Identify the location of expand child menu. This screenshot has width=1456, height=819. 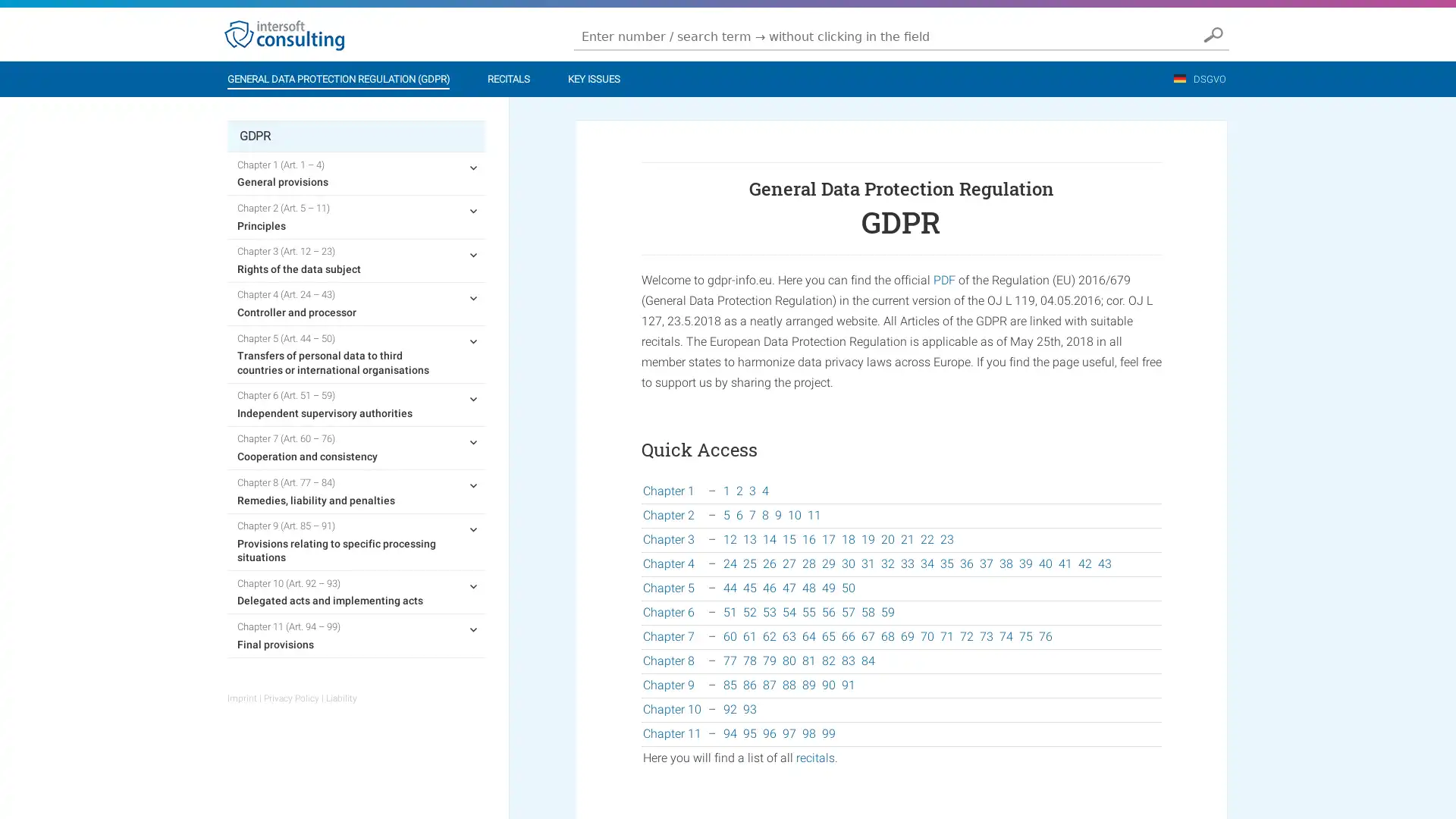
(472, 397).